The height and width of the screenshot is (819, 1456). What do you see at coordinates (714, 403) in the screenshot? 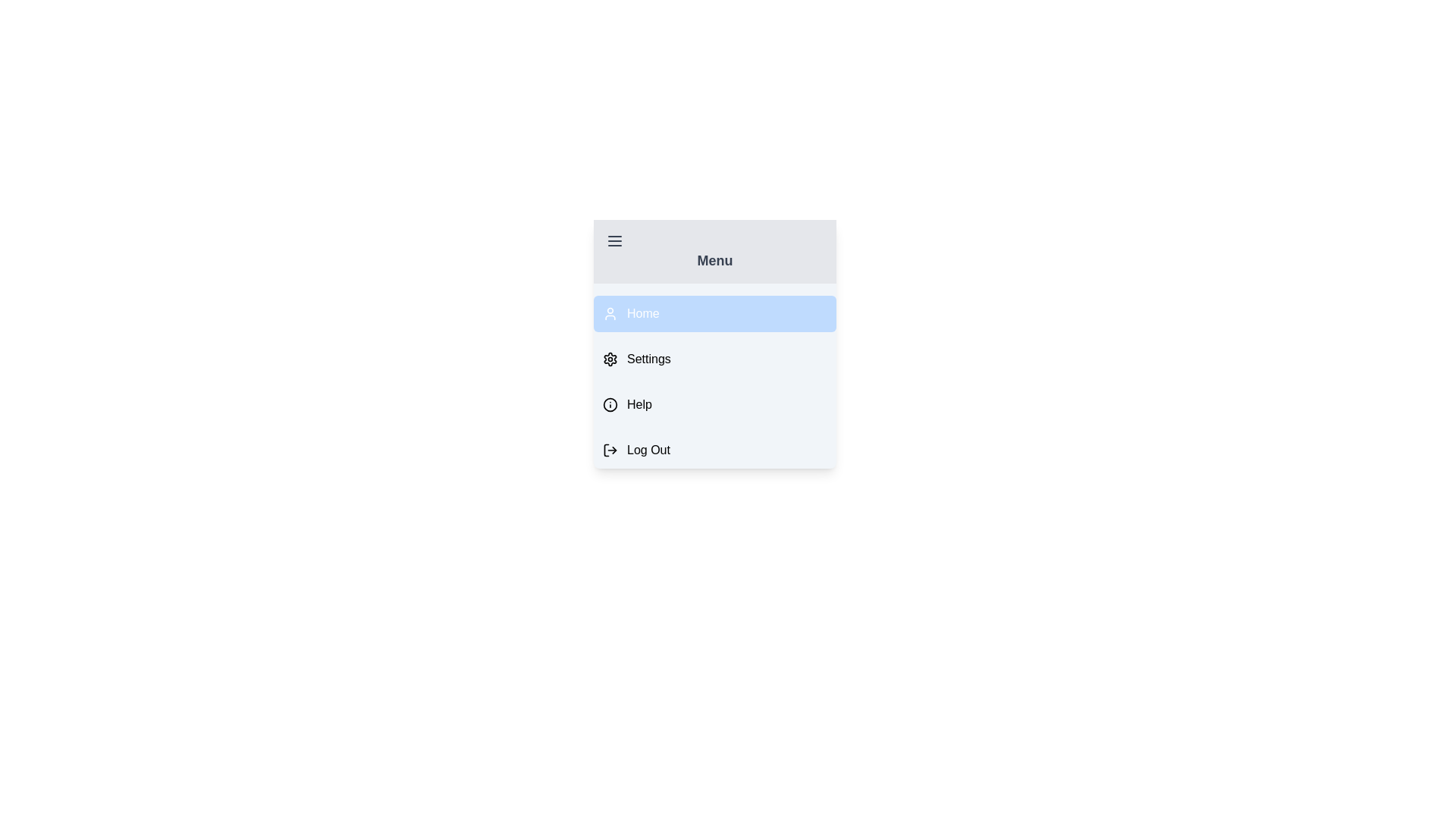
I see `the menu item labeled Help to observe style changes` at bounding box center [714, 403].